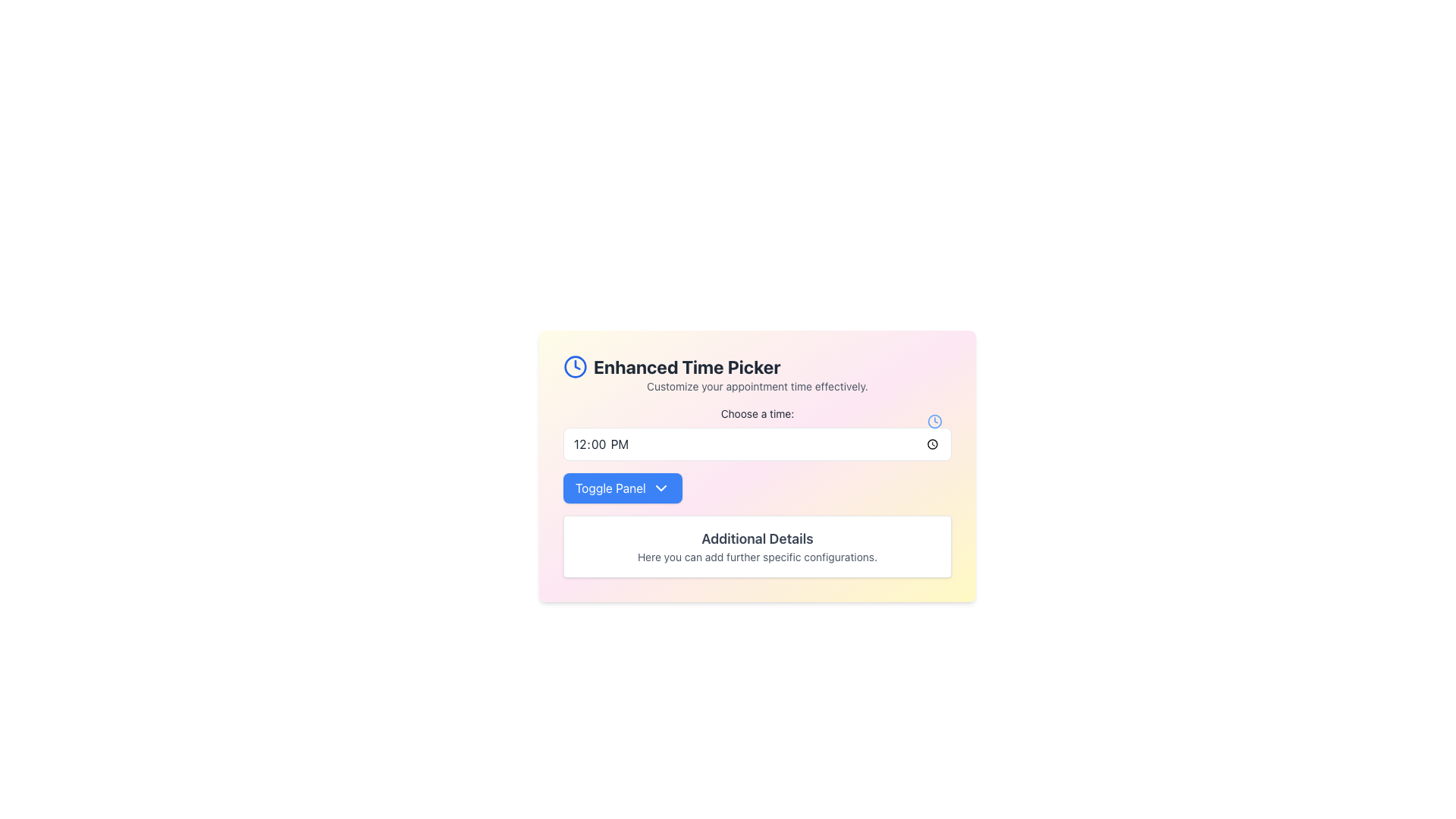 The height and width of the screenshot is (819, 1456). I want to click on the informational text that reads 'Here you can add further specific configurations.', which is positioned centrally beneath the heading 'Additional Details', so click(757, 557).